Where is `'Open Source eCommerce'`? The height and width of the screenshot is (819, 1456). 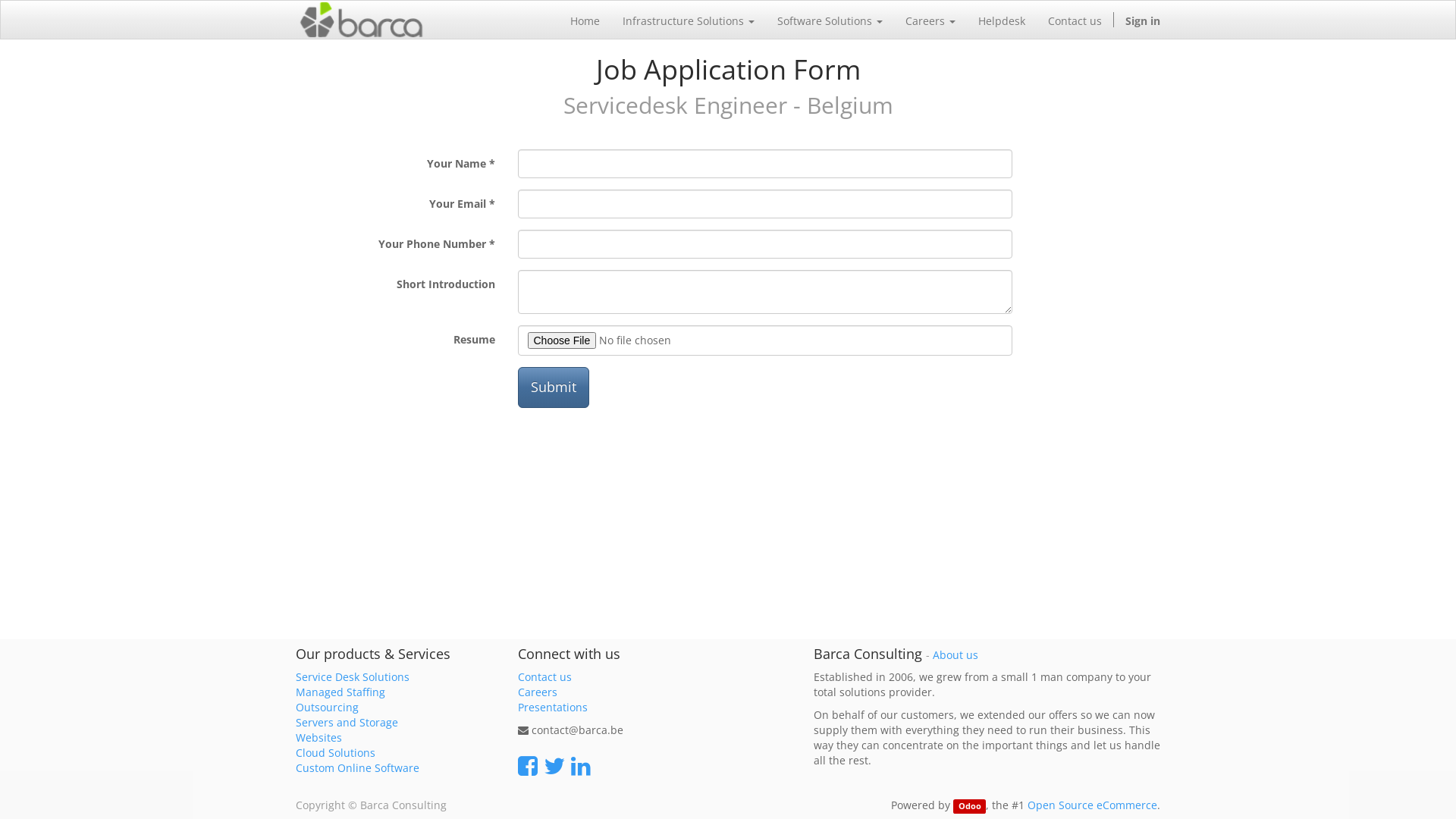
'Open Source eCommerce' is located at coordinates (1092, 804).